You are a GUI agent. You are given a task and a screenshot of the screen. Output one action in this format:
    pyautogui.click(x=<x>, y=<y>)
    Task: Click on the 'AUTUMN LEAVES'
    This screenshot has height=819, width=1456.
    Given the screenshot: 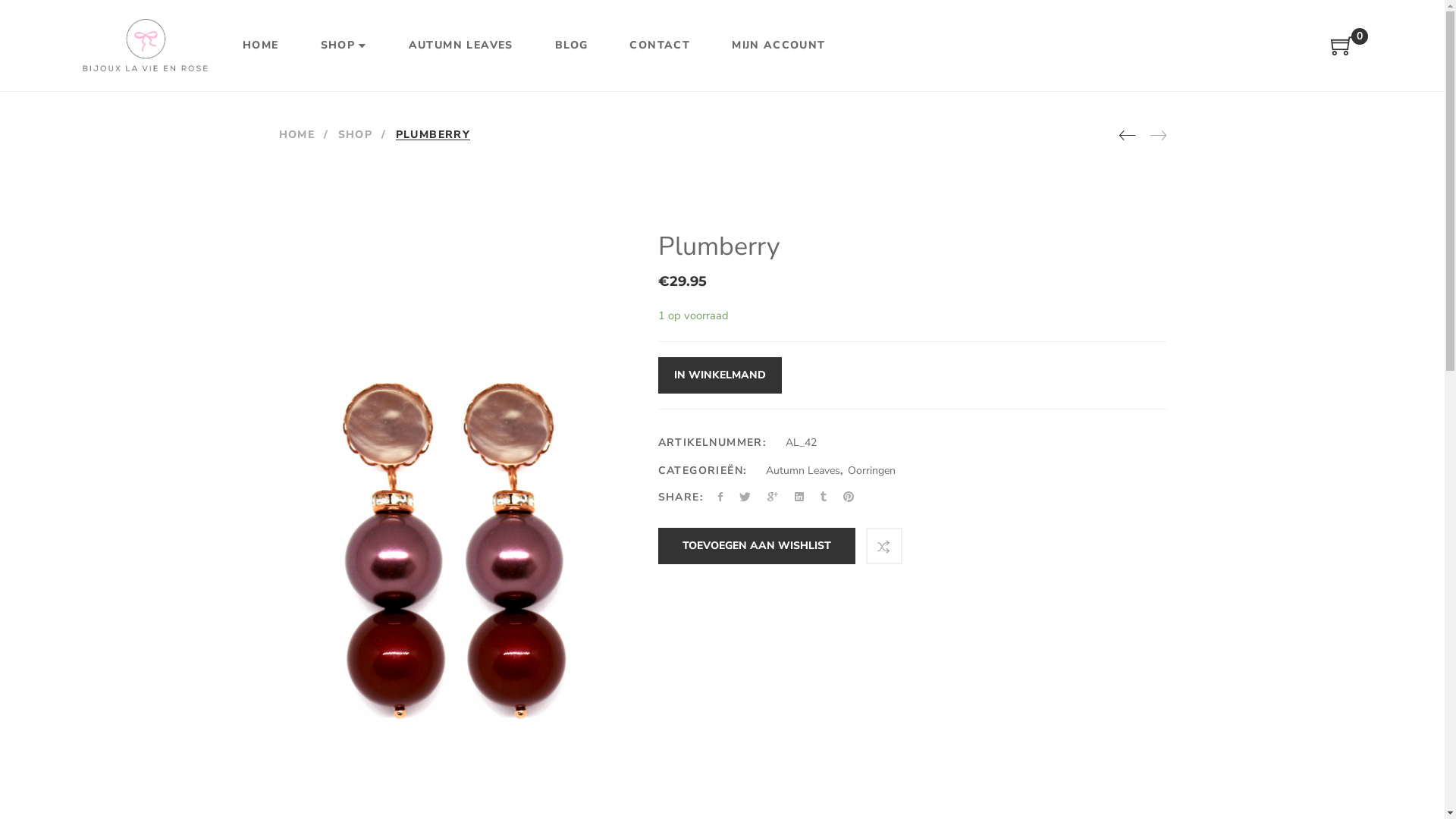 What is the action you would take?
    pyautogui.click(x=460, y=45)
    